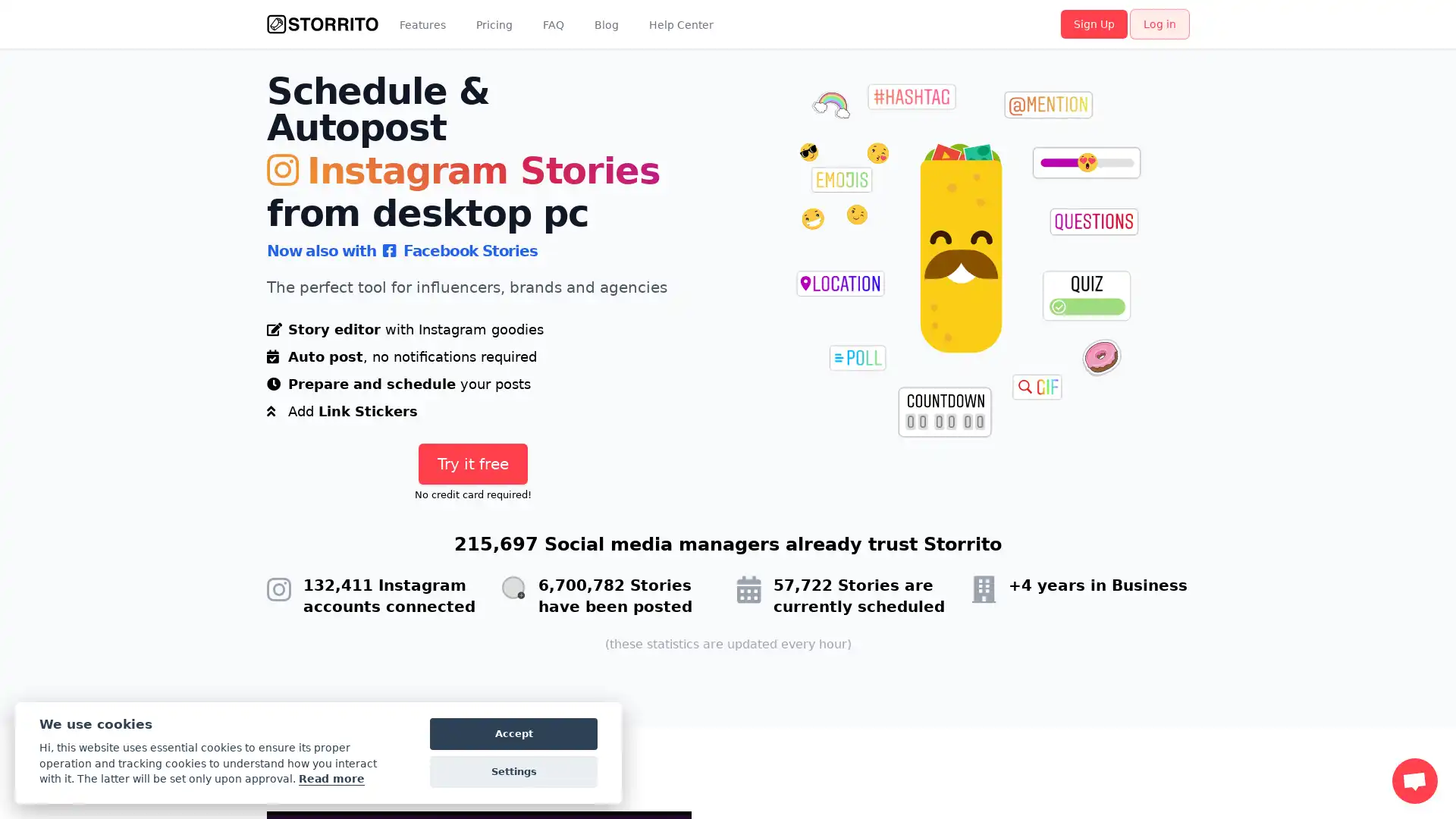 The height and width of the screenshot is (819, 1456). What do you see at coordinates (513, 733) in the screenshot?
I see `Accept` at bounding box center [513, 733].